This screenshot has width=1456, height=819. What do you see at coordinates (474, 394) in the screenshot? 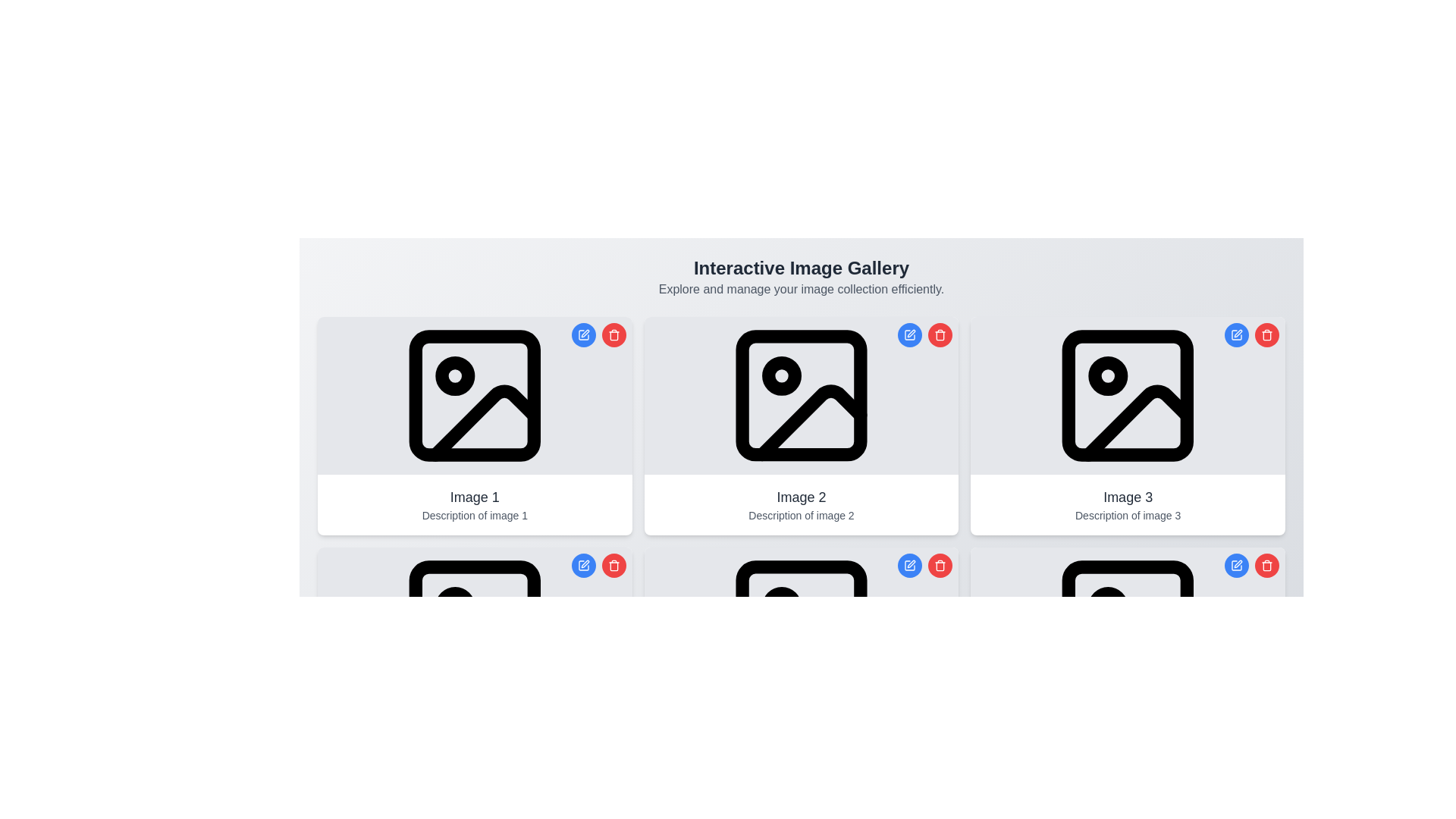
I see `the Image placeholder icon representing the card labeled 'Image 1', positioned in the first column and first row of the gallery grid` at bounding box center [474, 394].